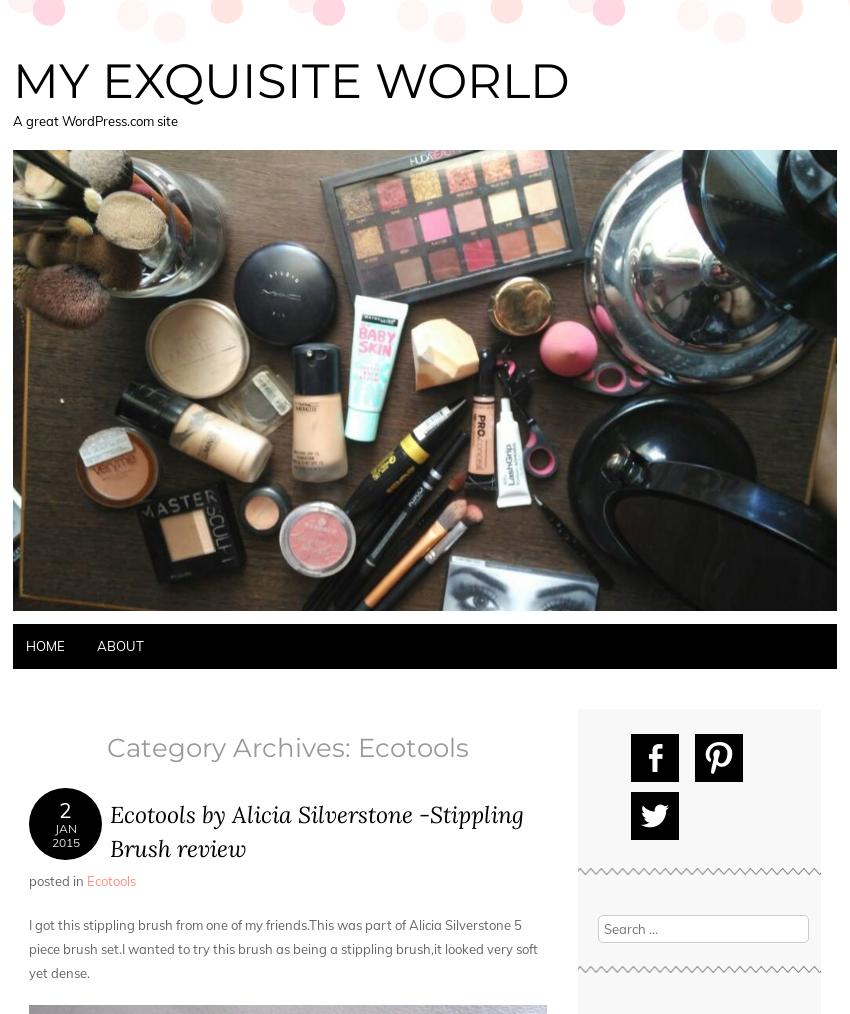  I want to click on 'My Exquisite World', so click(289, 79).